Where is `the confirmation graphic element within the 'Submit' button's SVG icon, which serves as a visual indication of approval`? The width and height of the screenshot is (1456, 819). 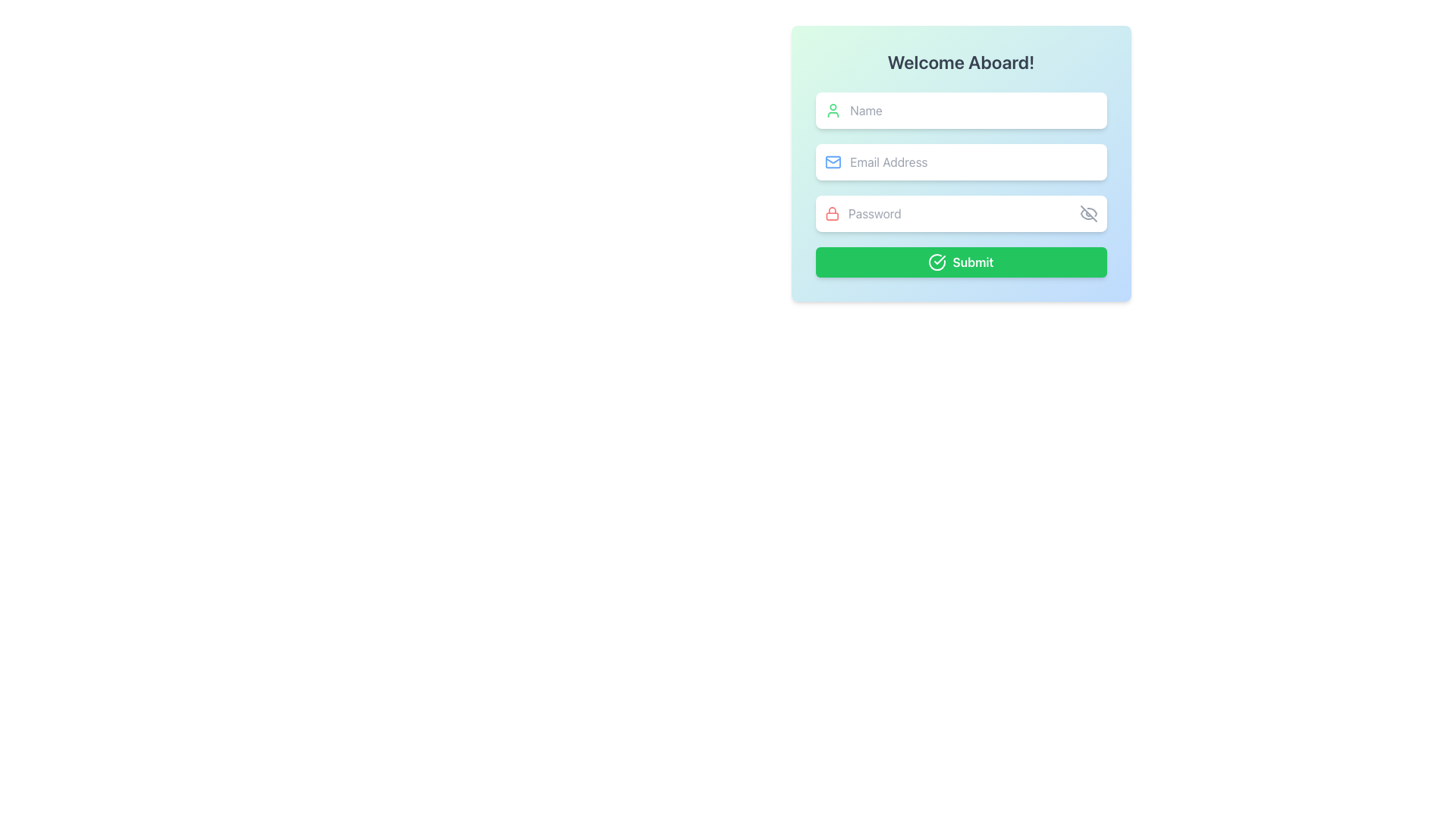
the confirmation graphic element within the 'Submit' button's SVG icon, which serves as a visual indication of approval is located at coordinates (937, 262).